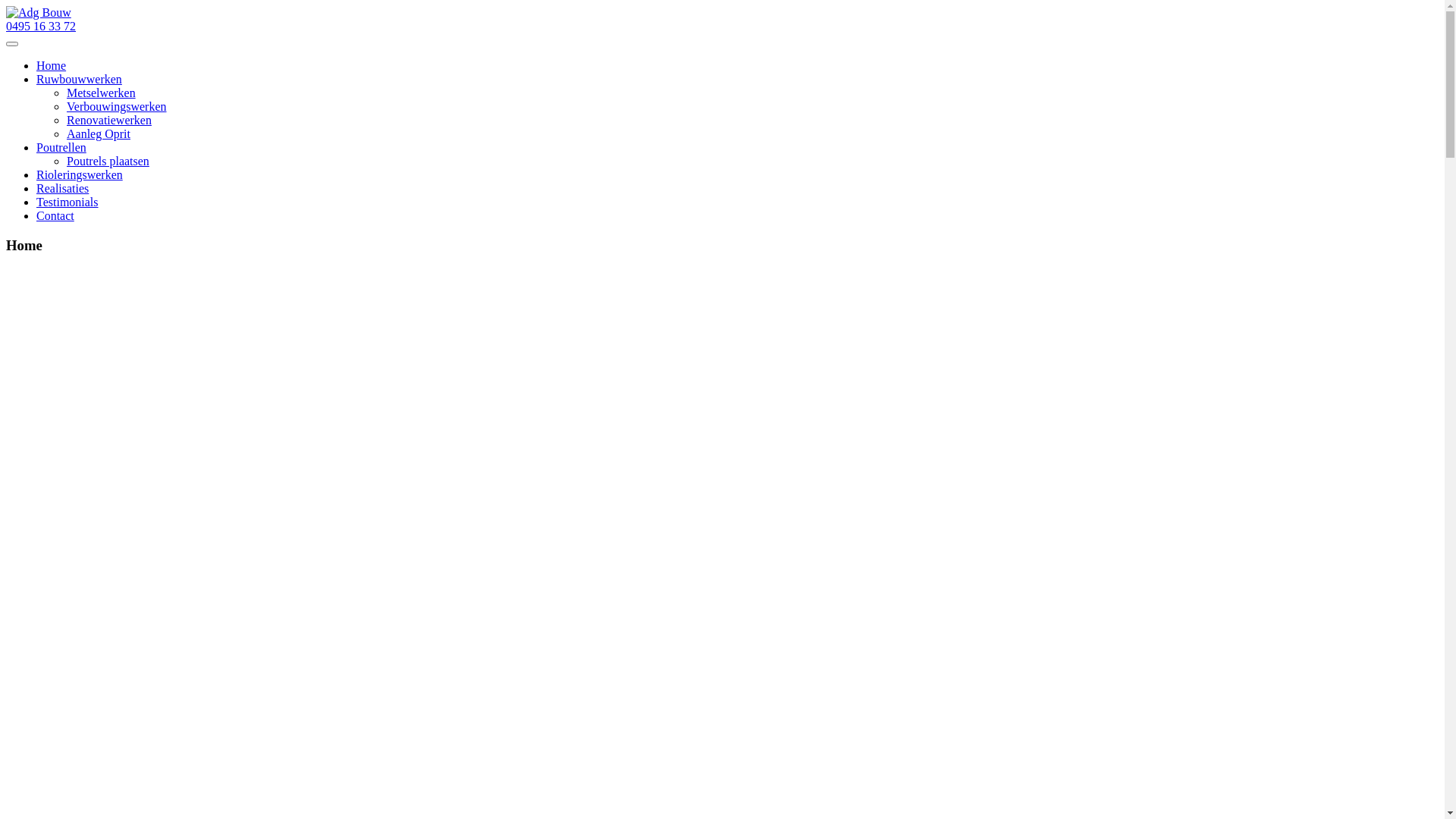 The width and height of the screenshot is (1456, 819). What do you see at coordinates (115, 105) in the screenshot?
I see `'Verbouwingswerken'` at bounding box center [115, 105].